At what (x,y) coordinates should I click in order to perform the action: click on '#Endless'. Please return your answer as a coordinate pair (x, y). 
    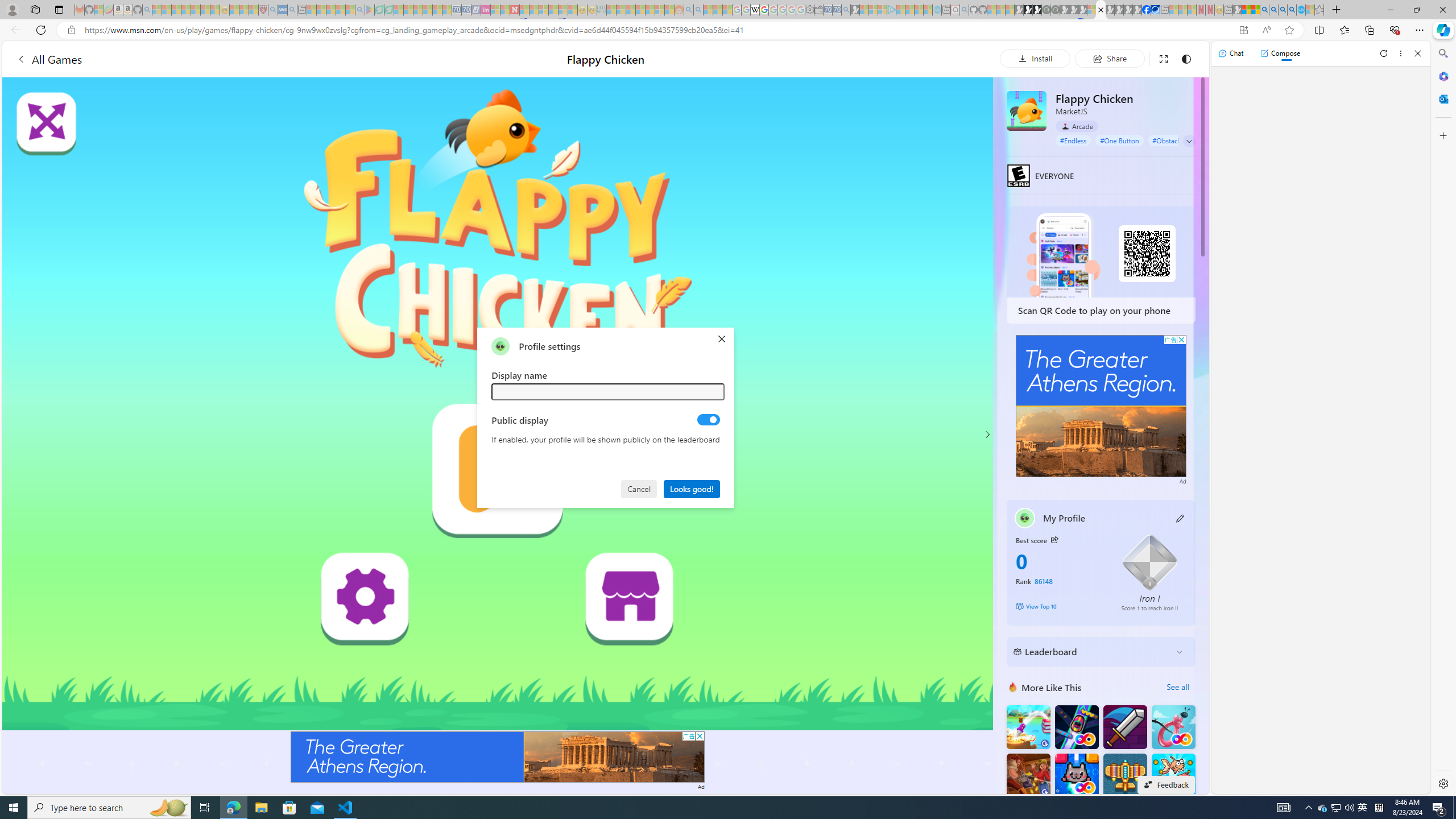
    Looking at the image, I should click on (1073, 139).